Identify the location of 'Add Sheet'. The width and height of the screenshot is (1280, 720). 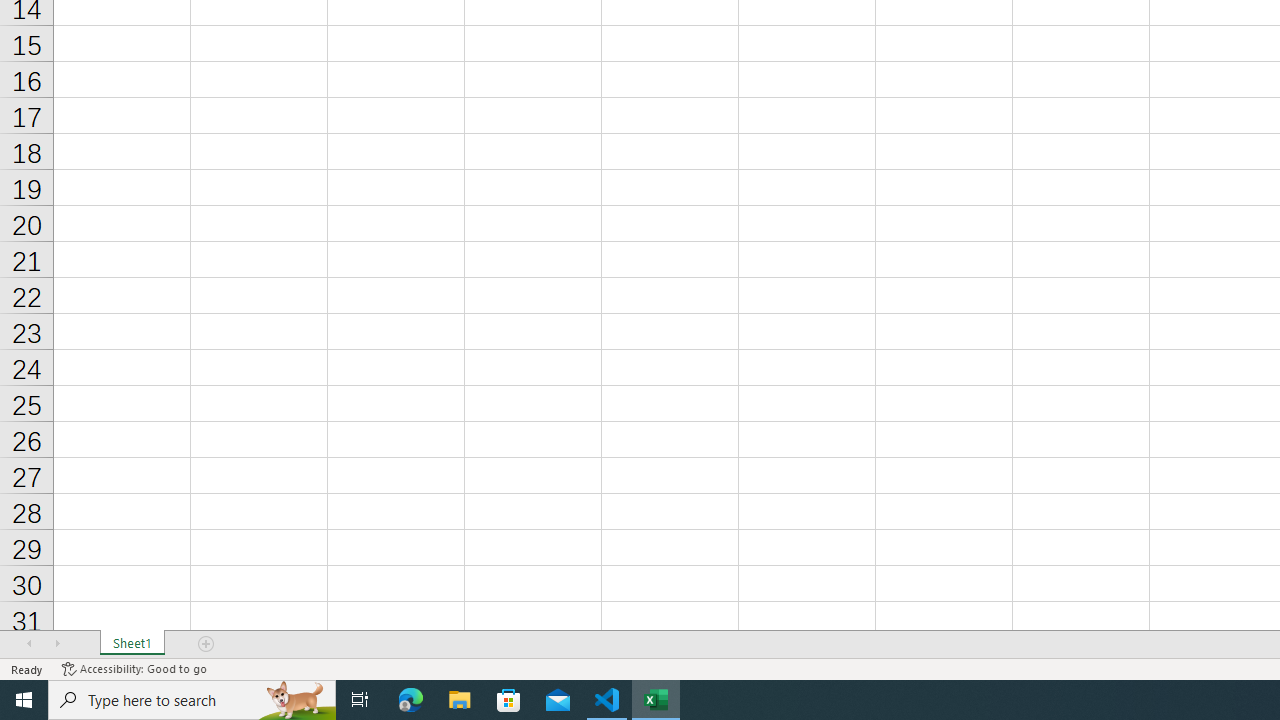
(207, 644).